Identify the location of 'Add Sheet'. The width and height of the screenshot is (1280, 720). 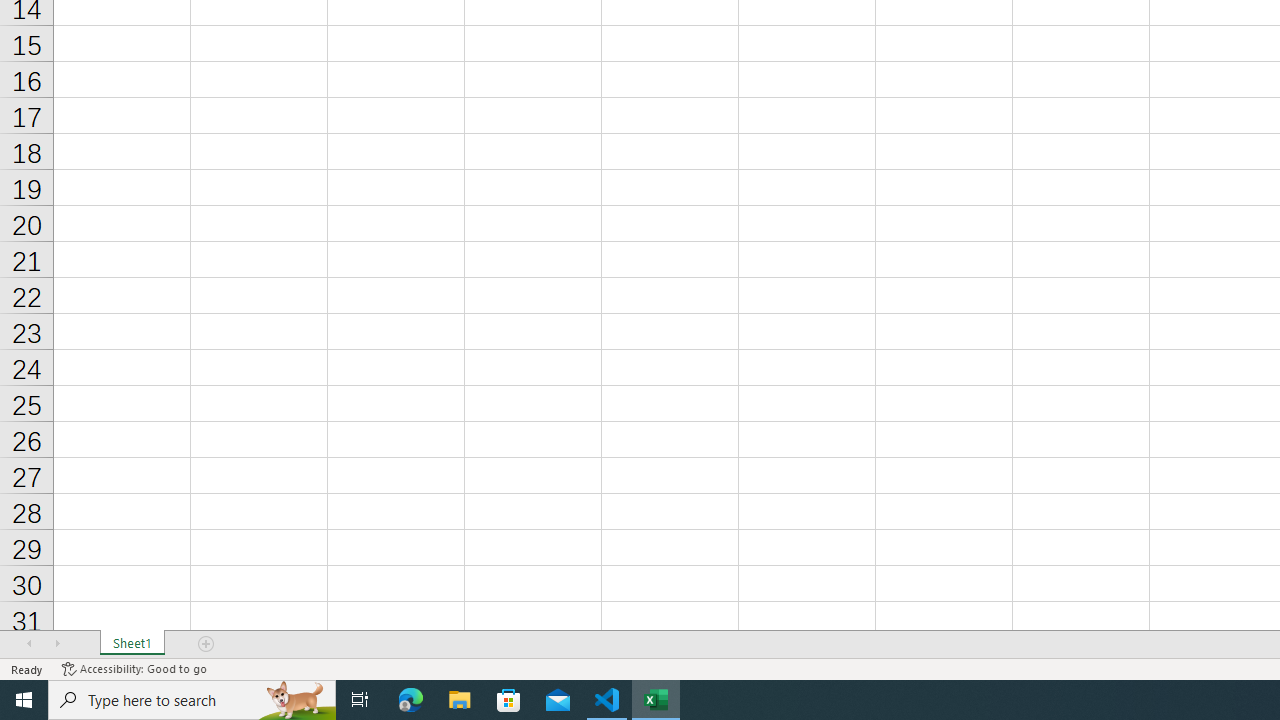
(207, 644).